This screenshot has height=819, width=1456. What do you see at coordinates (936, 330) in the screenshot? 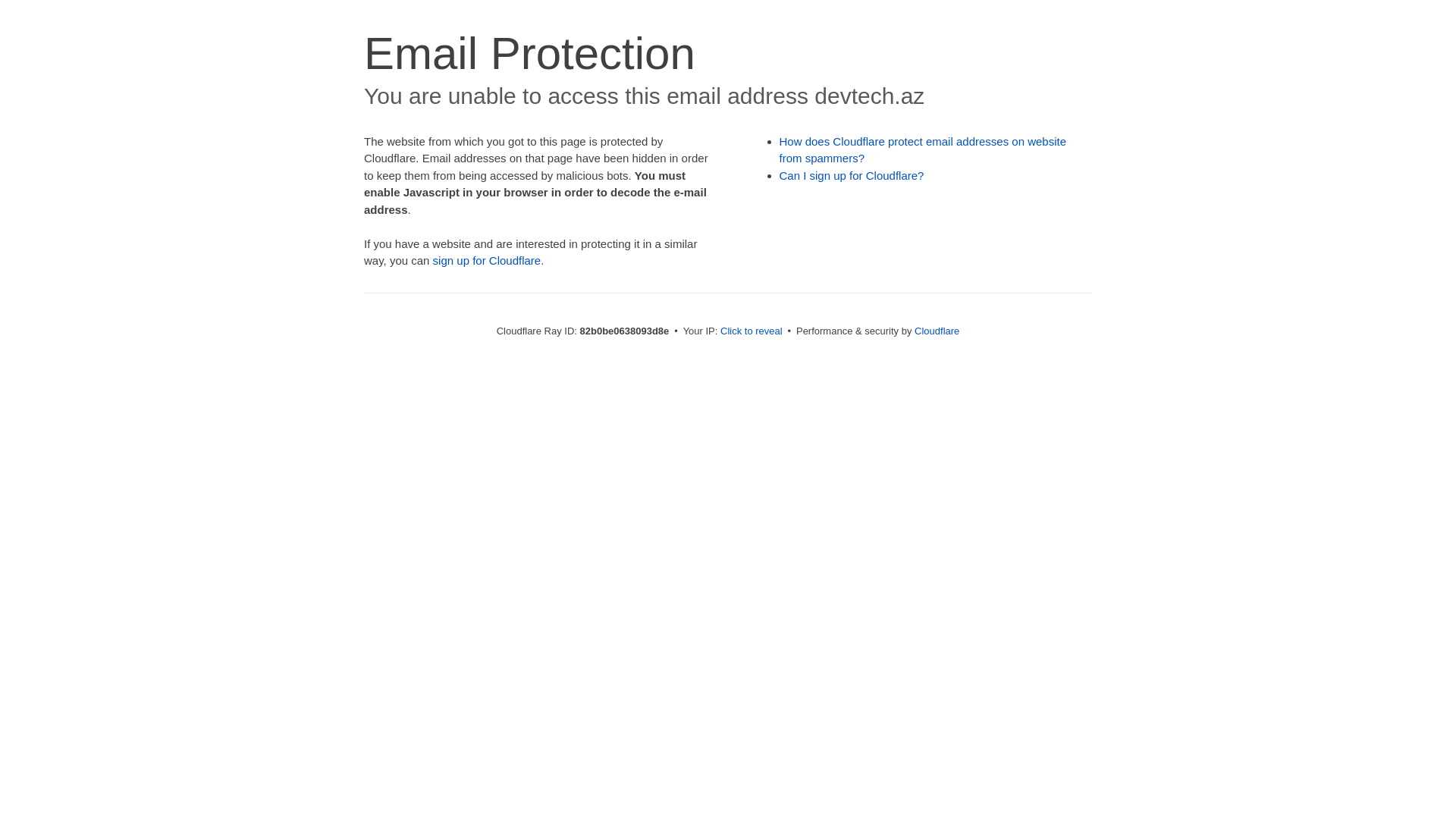
I see `'Cloudflare'` at bounding box center [936, 330].